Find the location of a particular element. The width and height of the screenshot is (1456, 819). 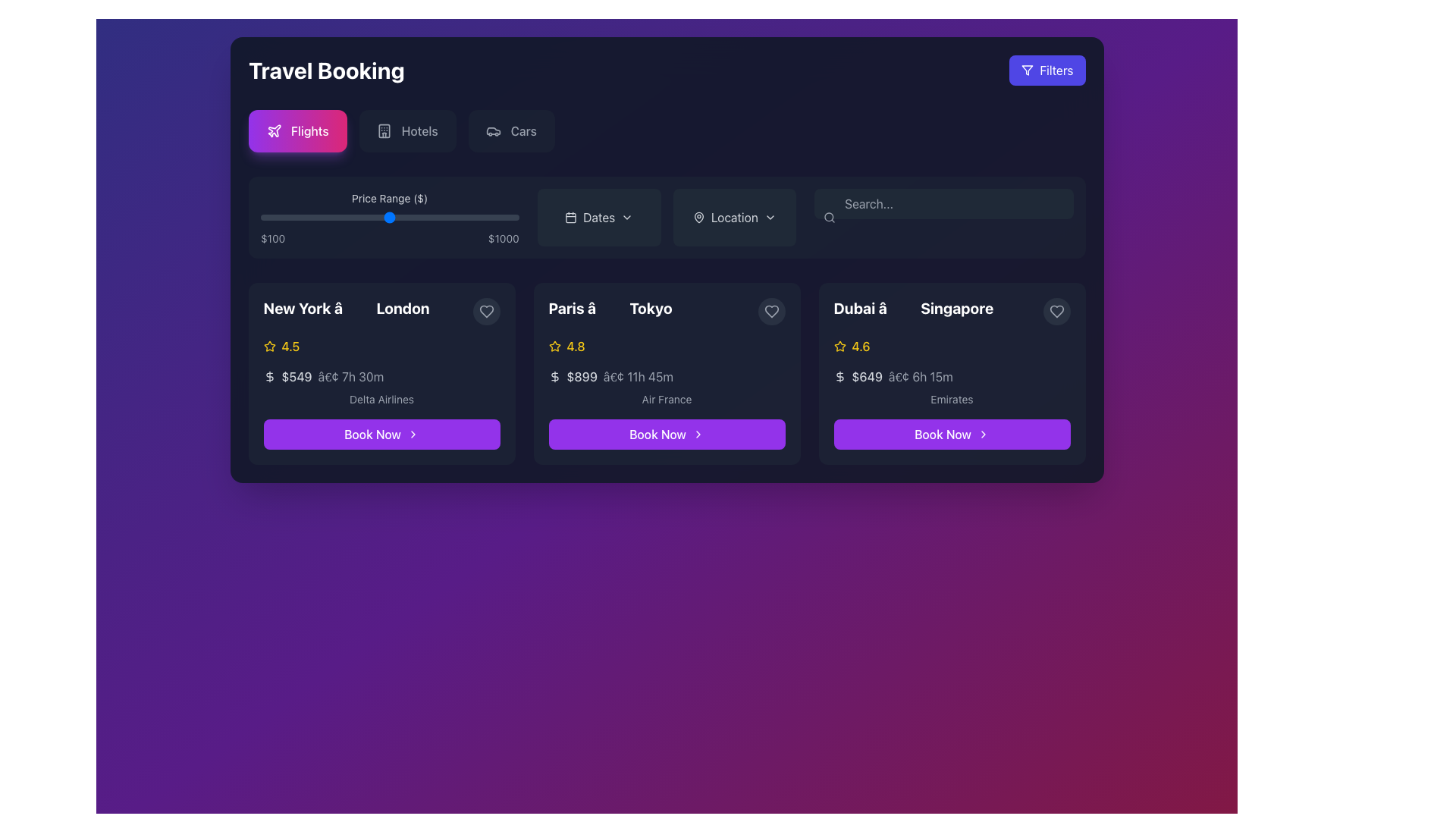

the text displaying the price and duration '$549 • 7h 30m' with the adjacent monetary icon, which is positioned below the title and rating in the first card is located at coordinates (381, 376).